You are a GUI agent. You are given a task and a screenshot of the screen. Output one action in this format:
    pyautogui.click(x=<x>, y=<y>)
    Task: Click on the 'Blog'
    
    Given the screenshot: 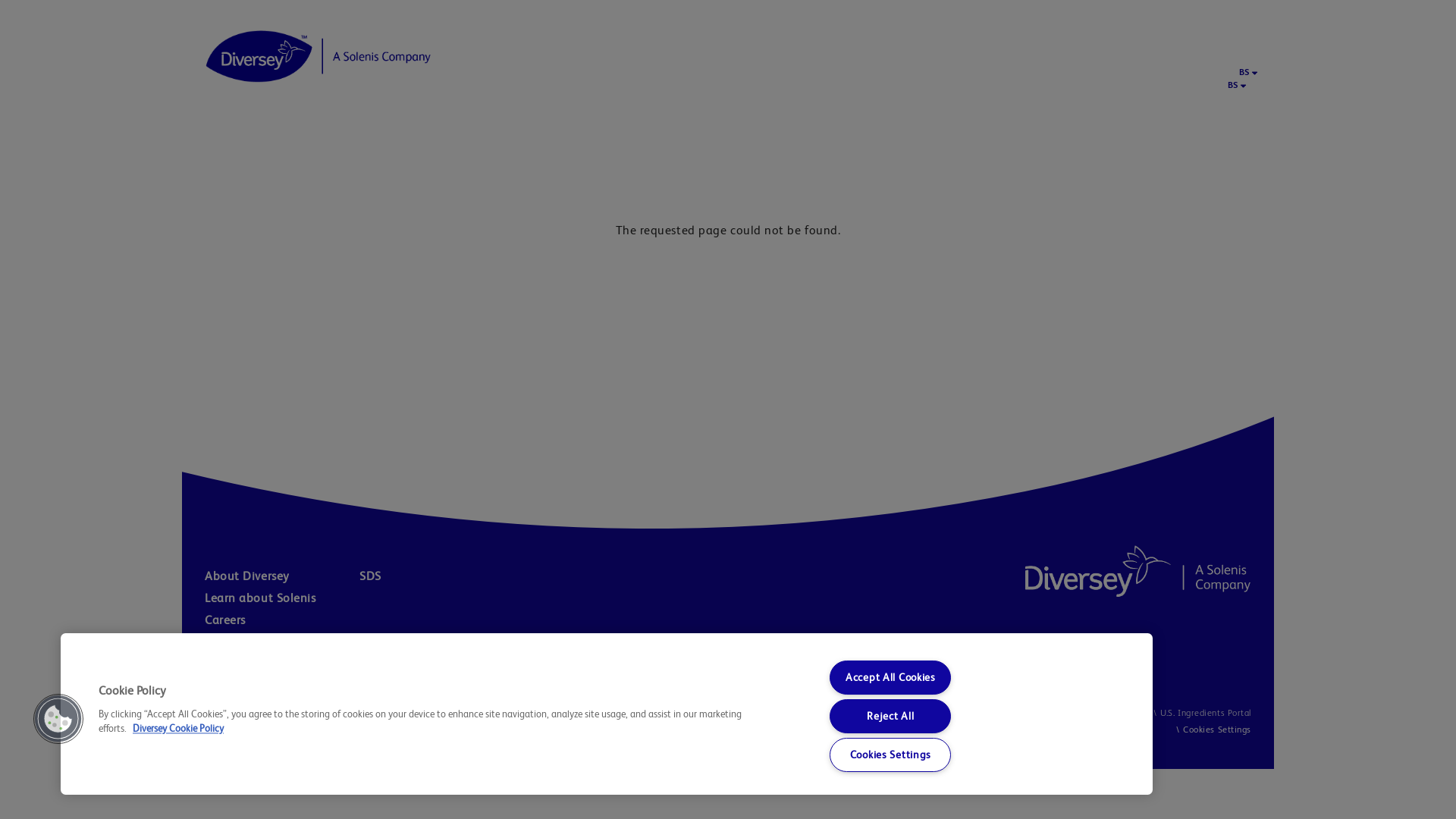 What is the action you would take?
    pyautogui.click(x=203, y=663)
    